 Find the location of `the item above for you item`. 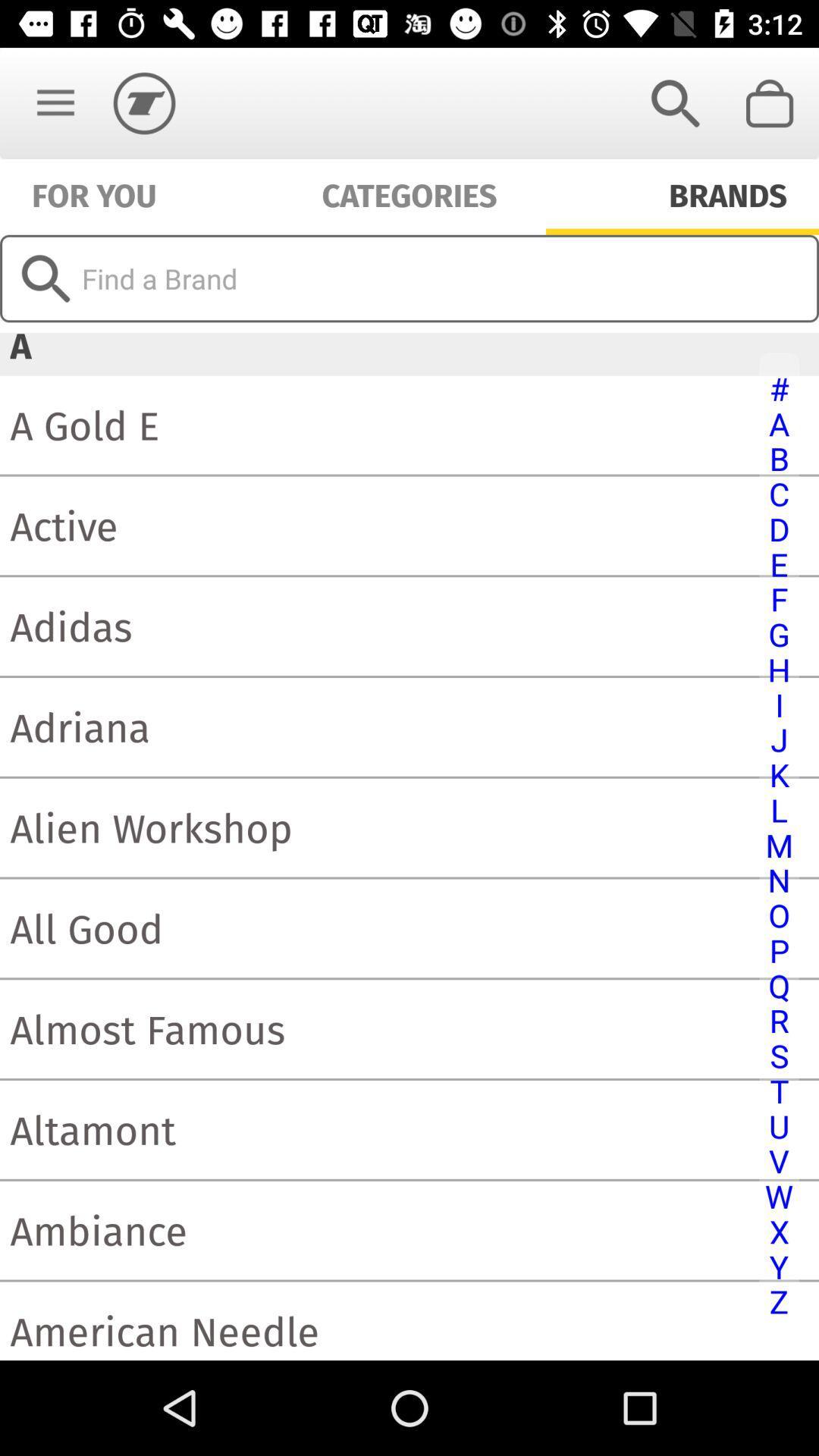

the item above for you item is located at coordinates (55, 102).